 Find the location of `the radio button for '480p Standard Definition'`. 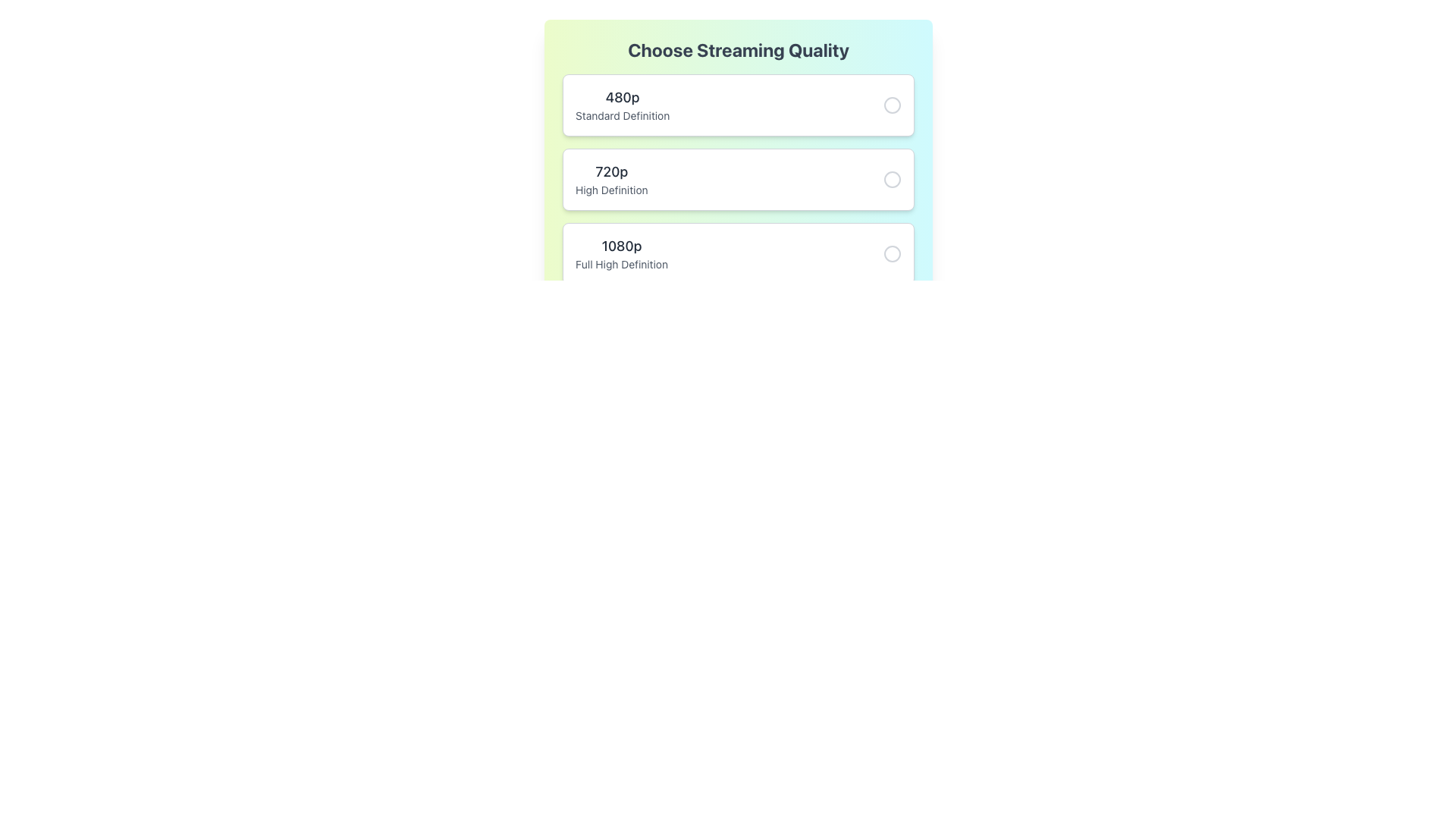

the radio button for '480p Standard Definition' is located at coordinates (892, 104).